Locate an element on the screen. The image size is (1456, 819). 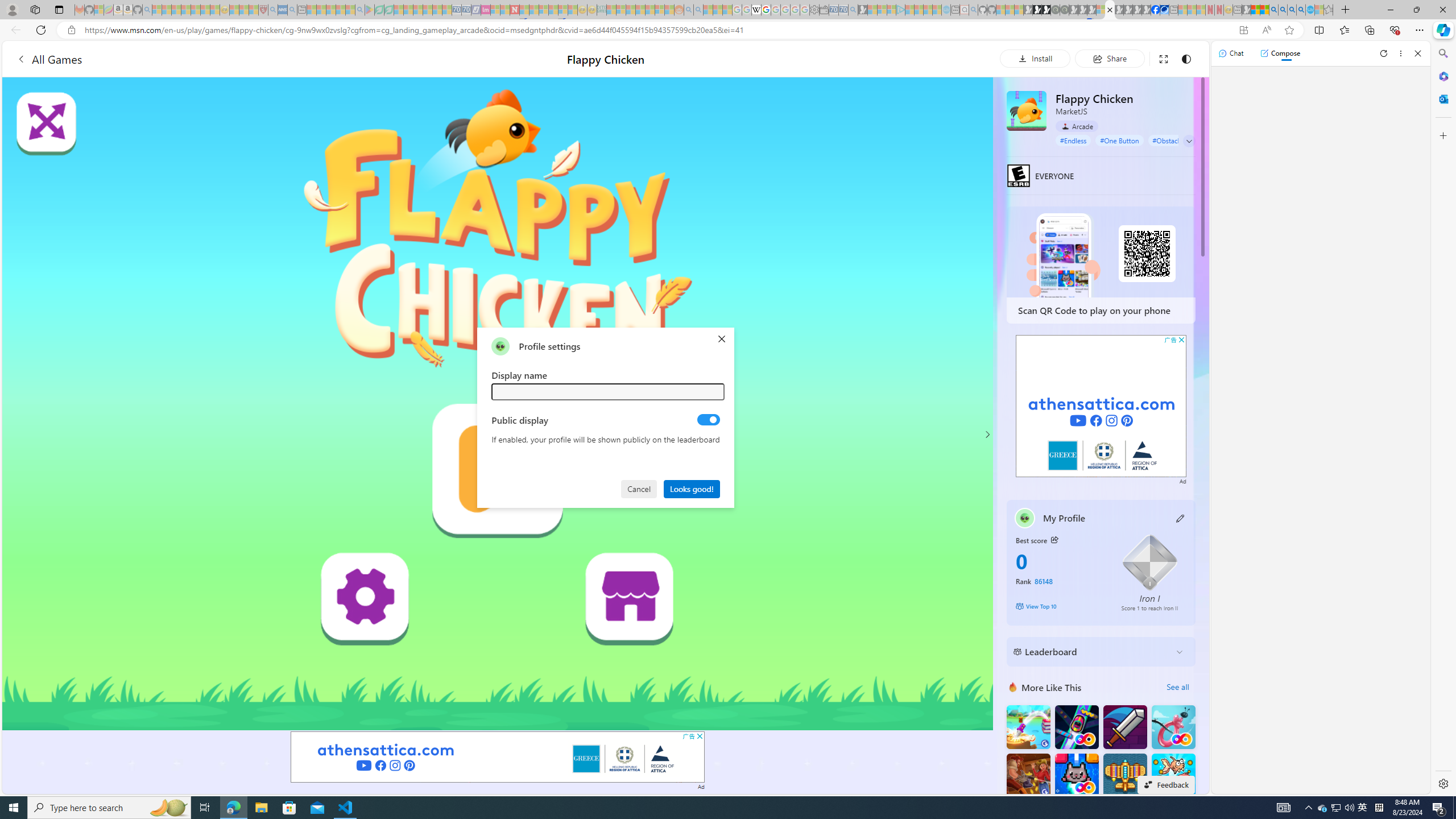
'Saloon Robbery' is located at coordinates (1028, 775).